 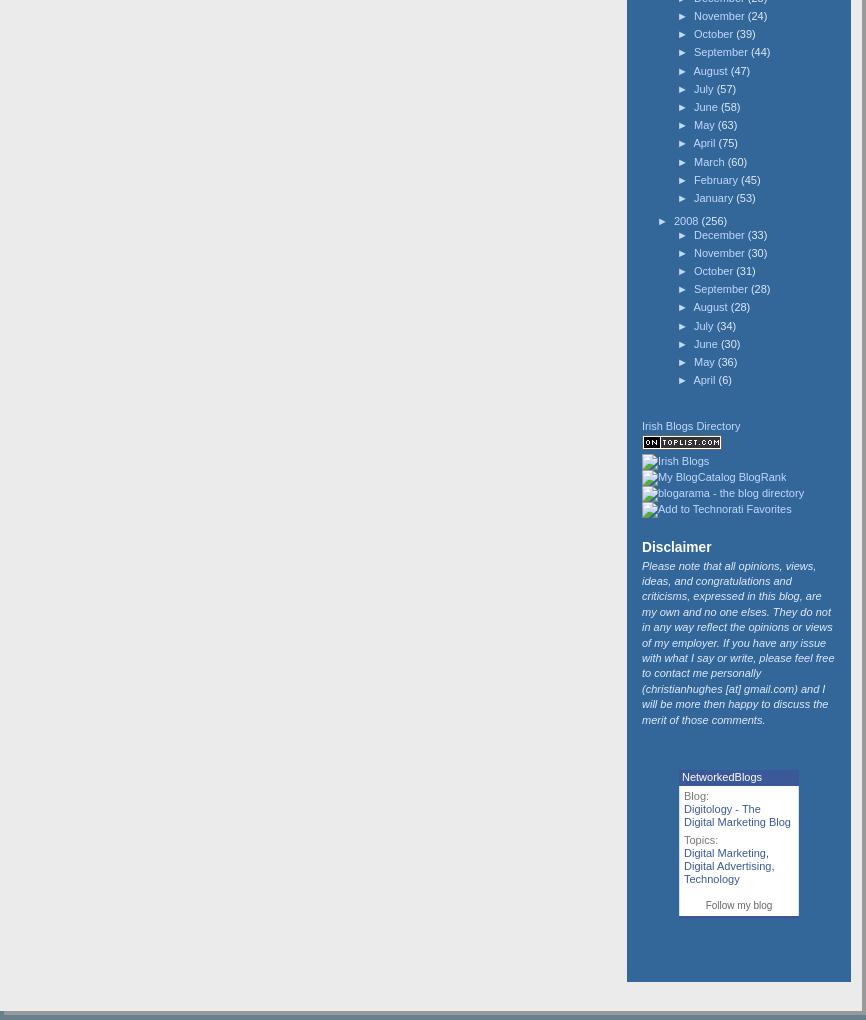 I want to click on 'Digital Advertising', so click(x=682, y=864).